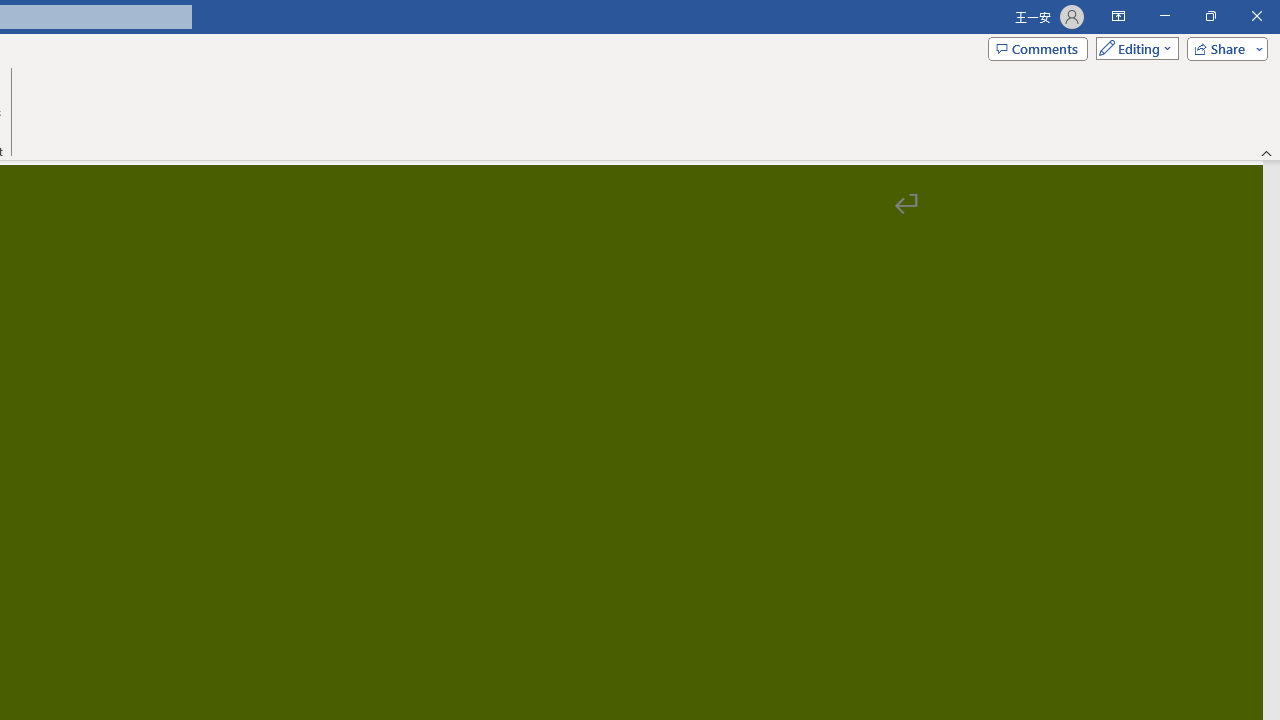 The width and height of the screenshot is (1280, 720). Describe the element at coordinates (1133, 47) in the screenshot. I see `'Mode'` at that location.